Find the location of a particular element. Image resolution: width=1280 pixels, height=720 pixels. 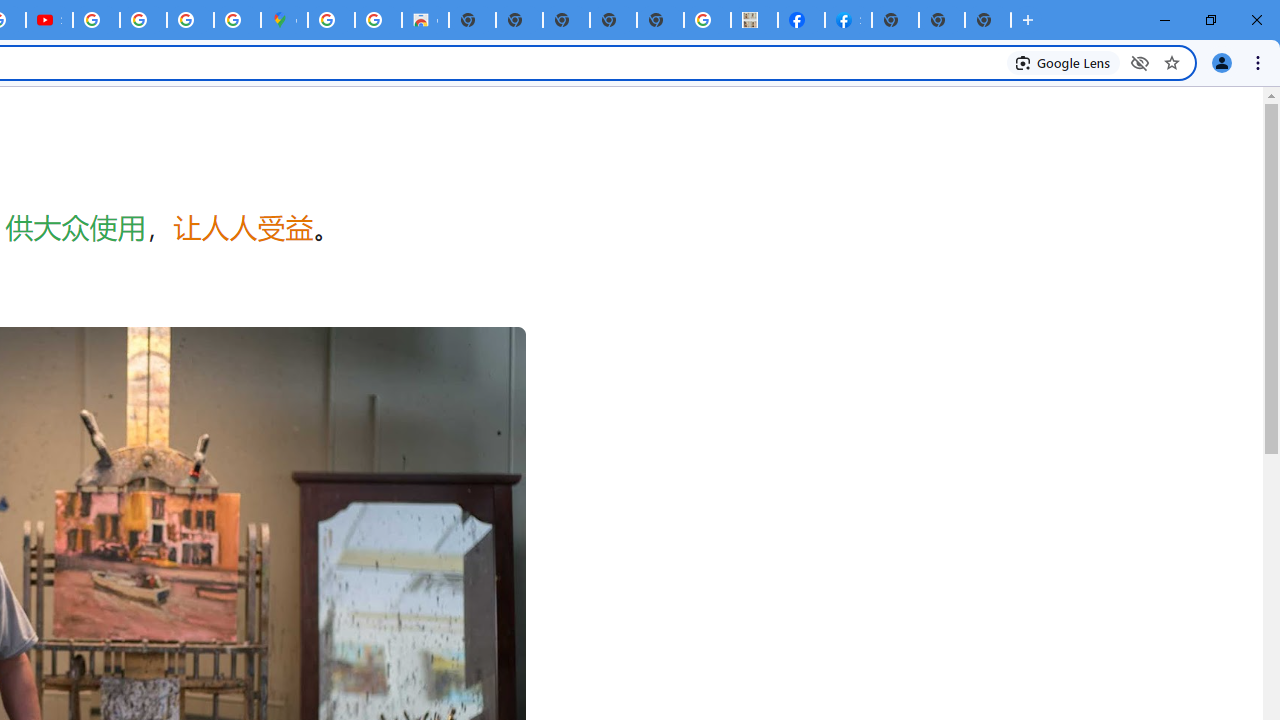

'Miley Cyrus | Facebook' is located at coordinates (801, 20).